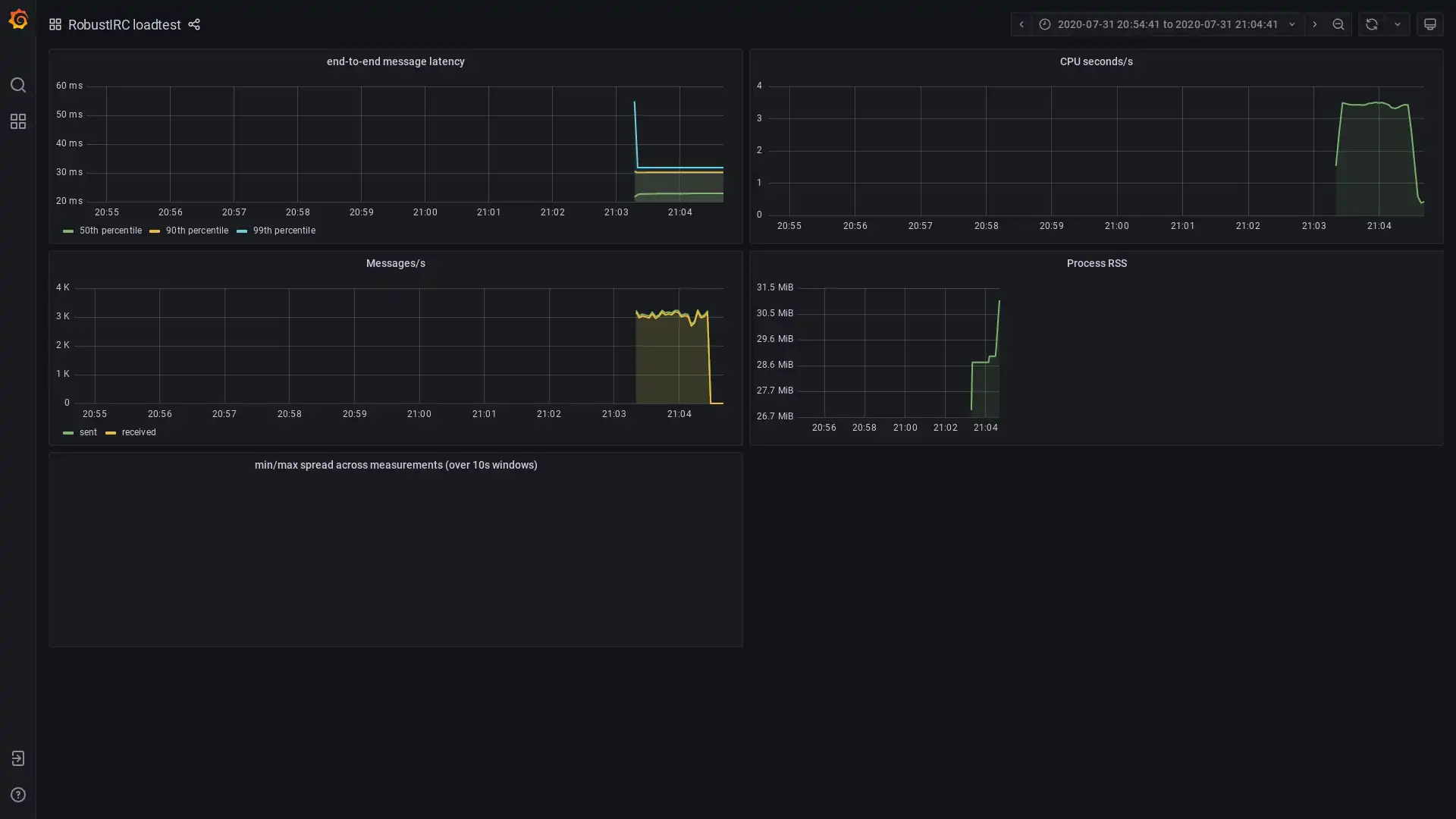 The height and width of the screenshot is (819, 1456). What do you see at coordinates (192, 24) in the screenshot?
I see `Share dashboard or panel` at bounding box center [192, 24].